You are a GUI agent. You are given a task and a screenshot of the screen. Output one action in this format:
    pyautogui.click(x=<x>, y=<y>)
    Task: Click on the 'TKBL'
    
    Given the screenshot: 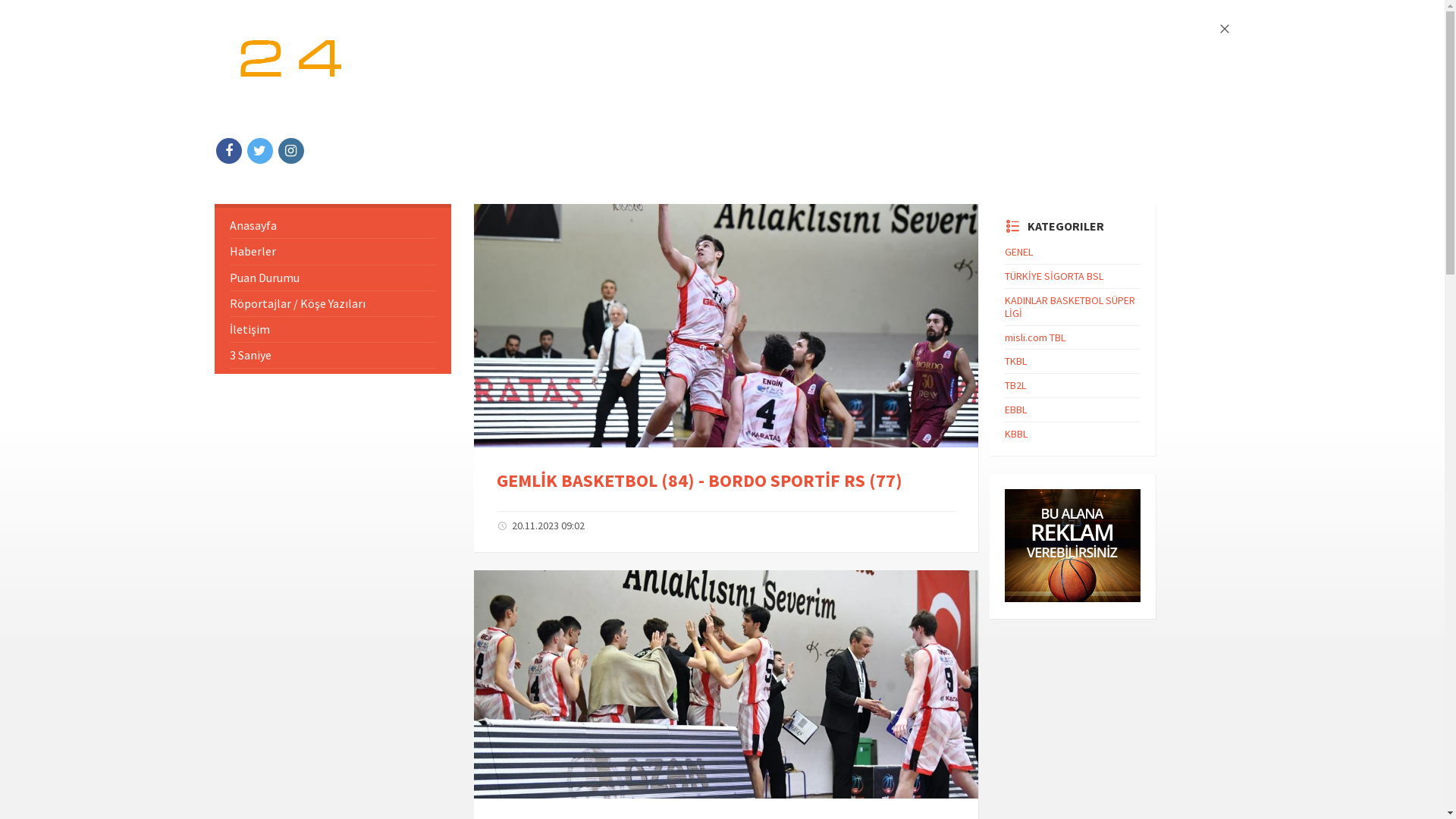 What is the action you would take?
    pyautogui.click(x=1015, y=360)
    